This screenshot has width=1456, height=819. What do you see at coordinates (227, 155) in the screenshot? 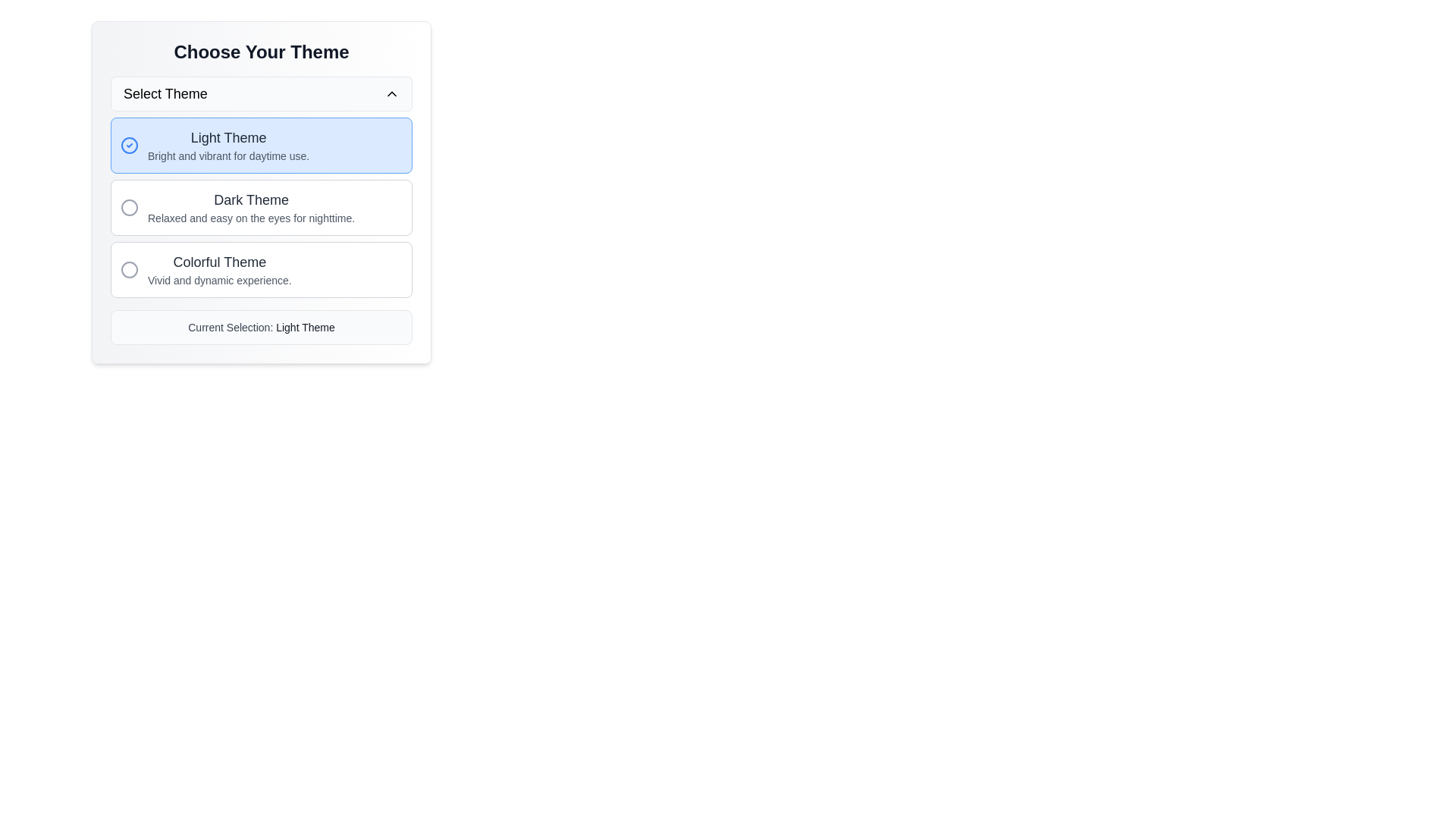
I see `the text element reading 'Bright and vibrant for daytime use.' which is styled in a smaller gray font and located below the larger text 'Light Theme' within a light blue selection box` at bounding box center [227, 155].